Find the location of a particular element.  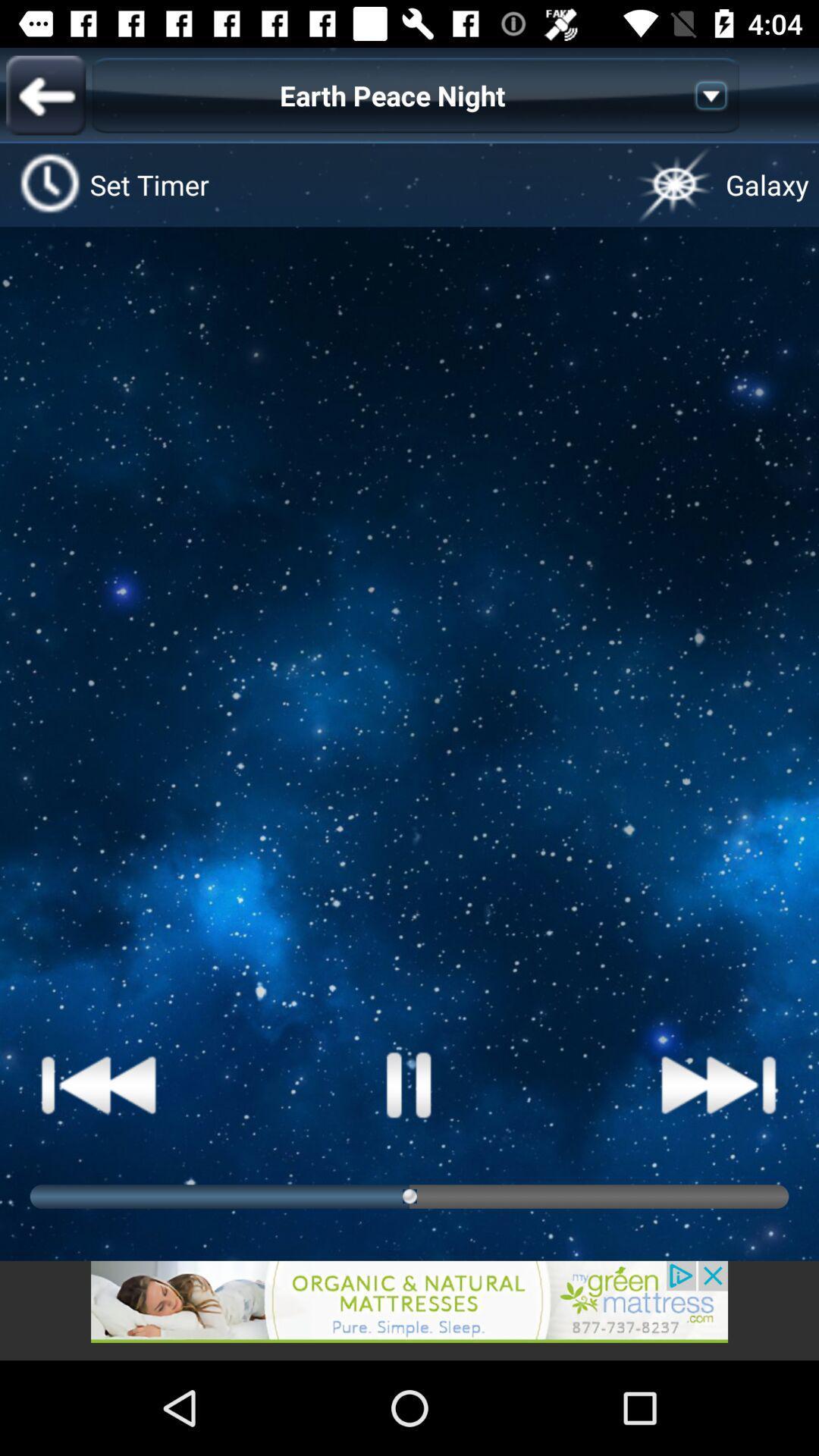

stop playing button is located at coordinates (409, 1084).